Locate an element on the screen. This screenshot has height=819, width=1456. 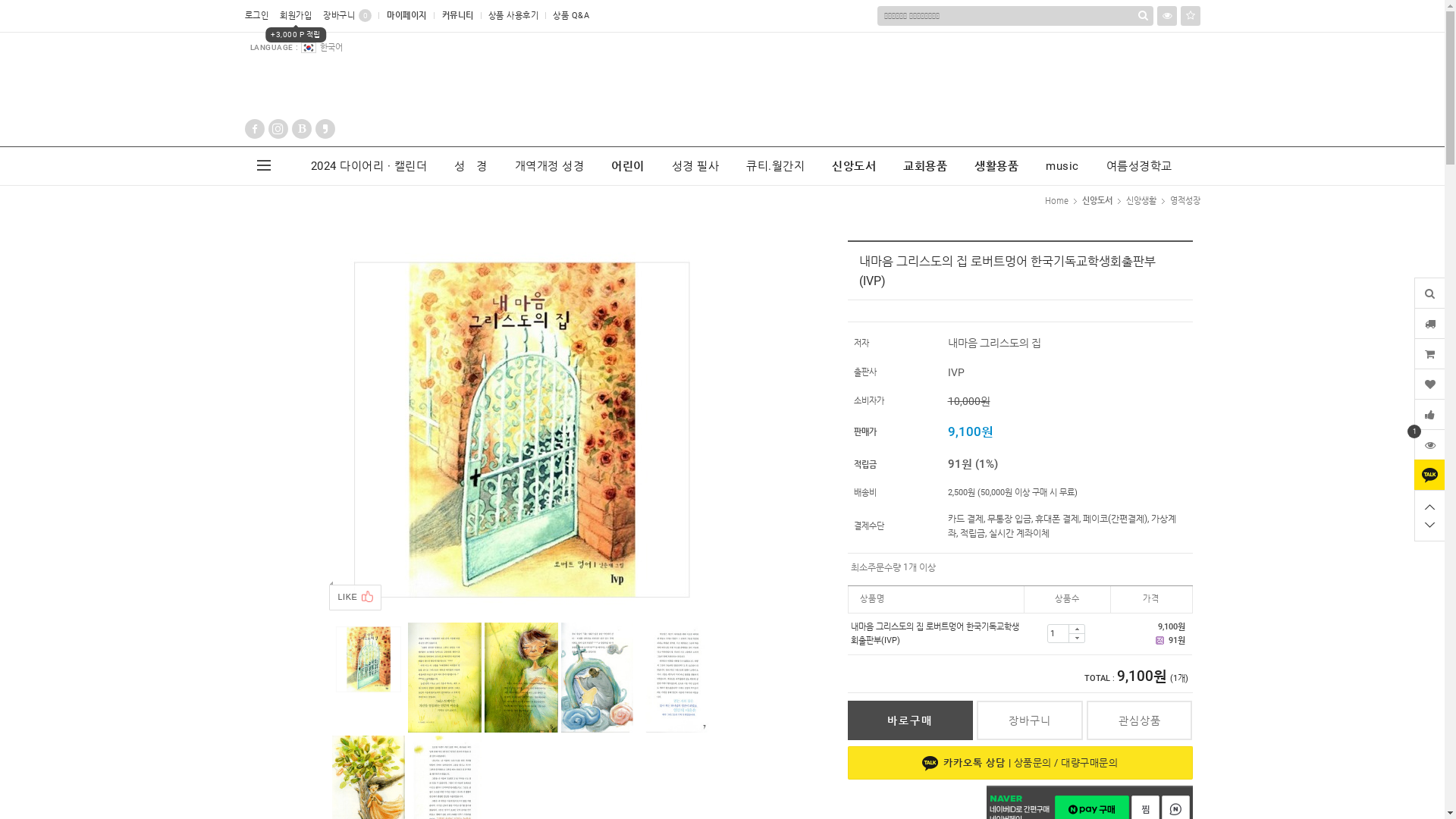
'music' is located at coordinates (1062, 166).